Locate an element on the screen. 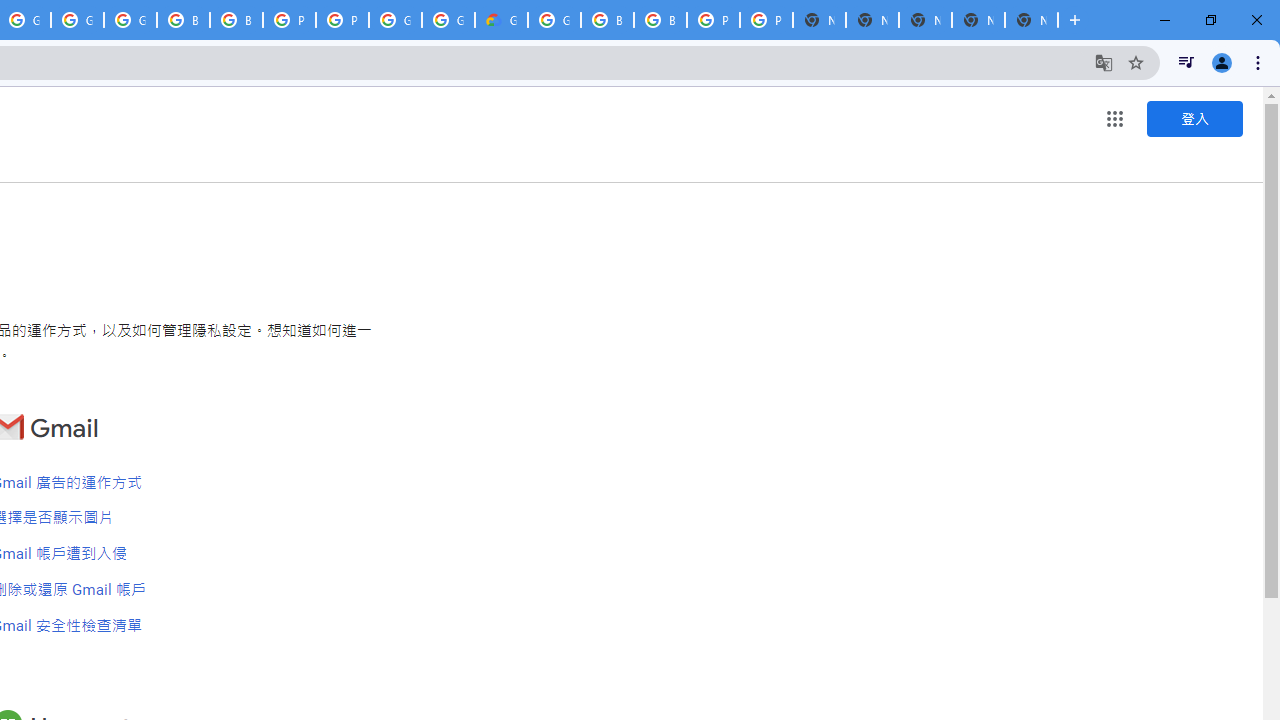  'Browse Chrome as a guest - Computer - Google Chrome Help' is located at coordinates (236, 20).